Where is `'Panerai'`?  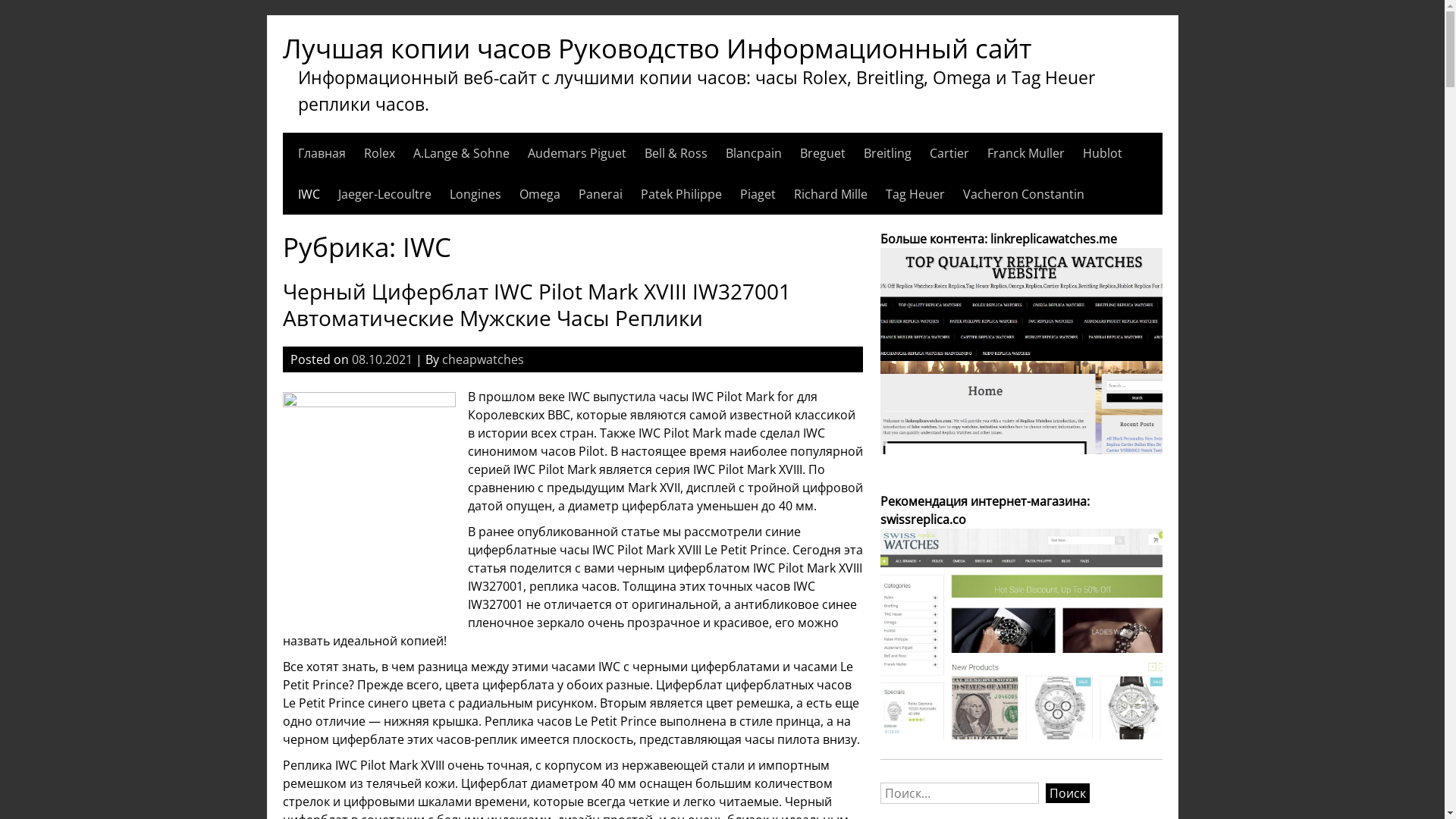 'Panerai' is located at coordinates (599, 193).